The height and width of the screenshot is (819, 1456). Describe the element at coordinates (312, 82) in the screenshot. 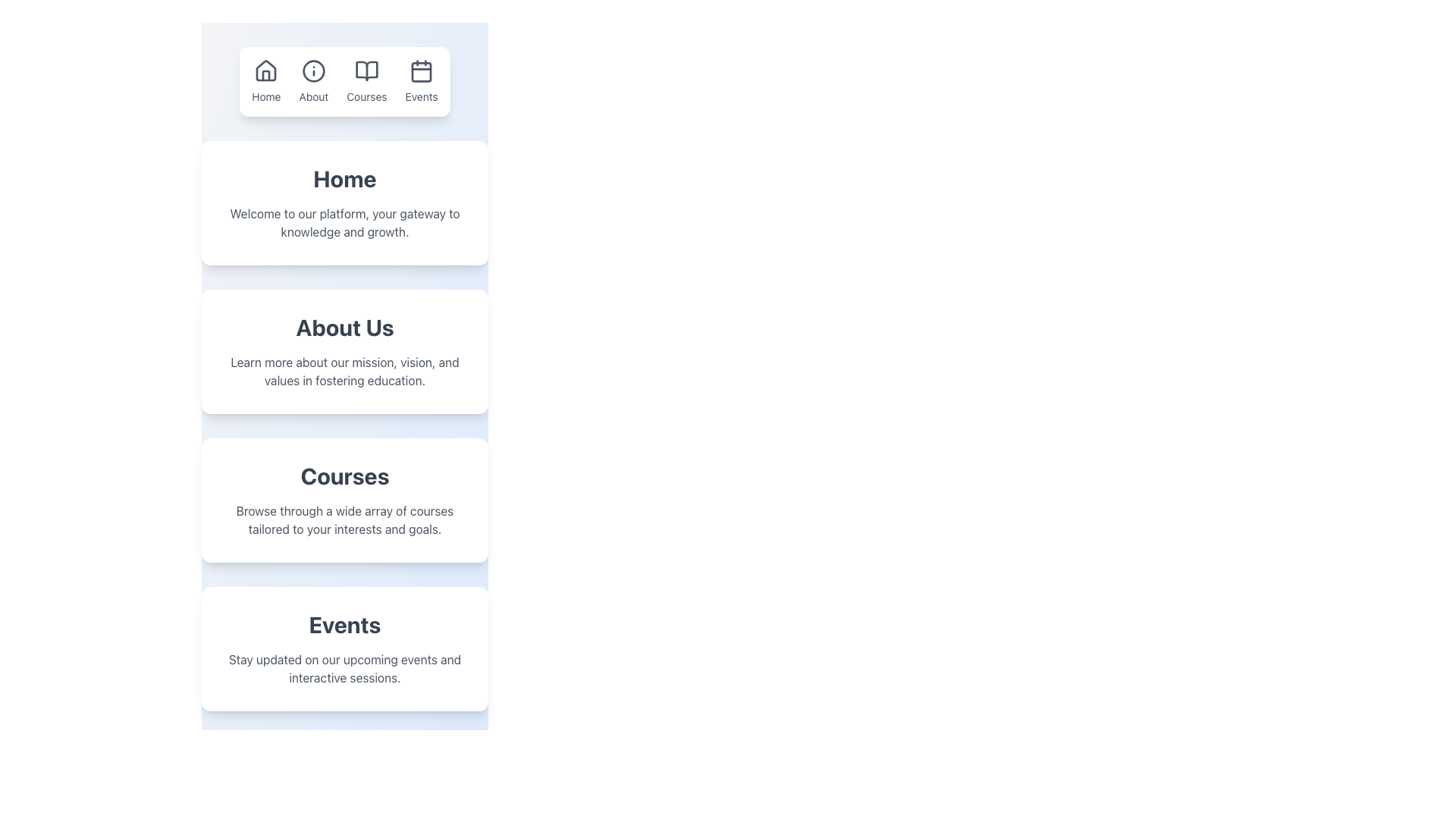

I see `the 'About' link element, which features an information icon above the label in a navigation menu` at that location.